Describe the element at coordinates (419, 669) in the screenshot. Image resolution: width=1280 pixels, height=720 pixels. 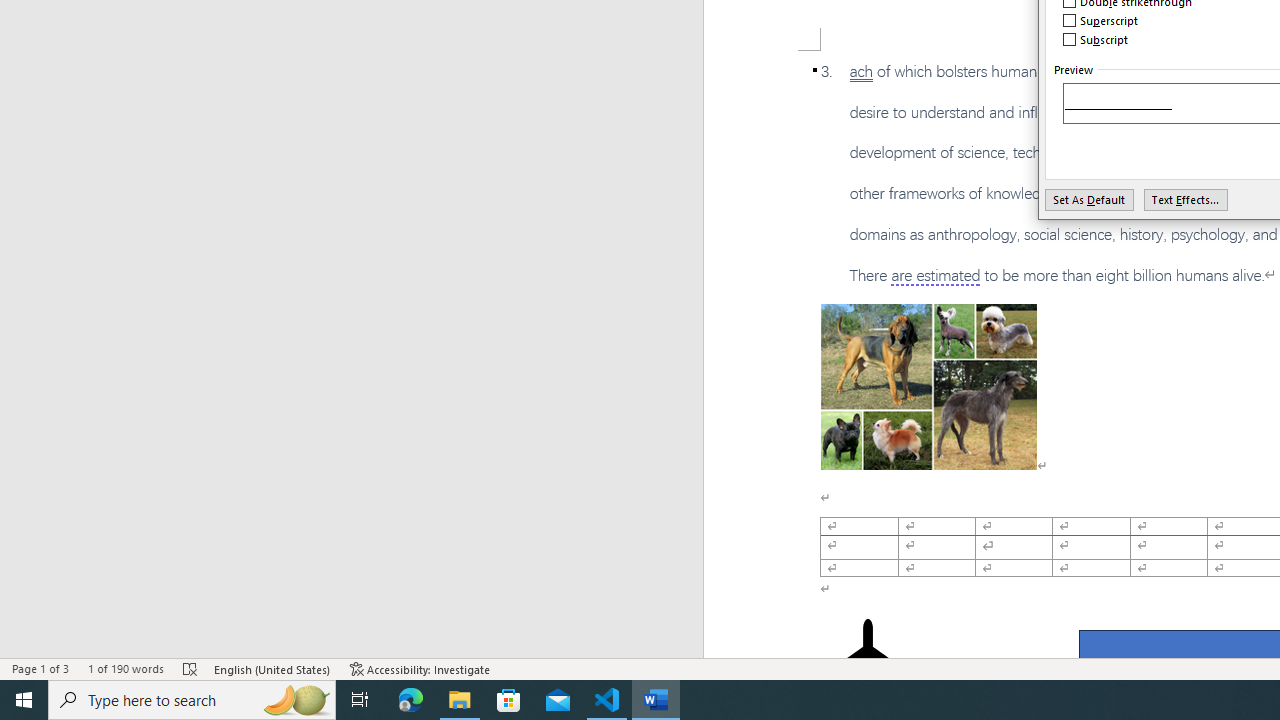
I see `'Accessibility Checker Accessibility: Investigate'` at that location.